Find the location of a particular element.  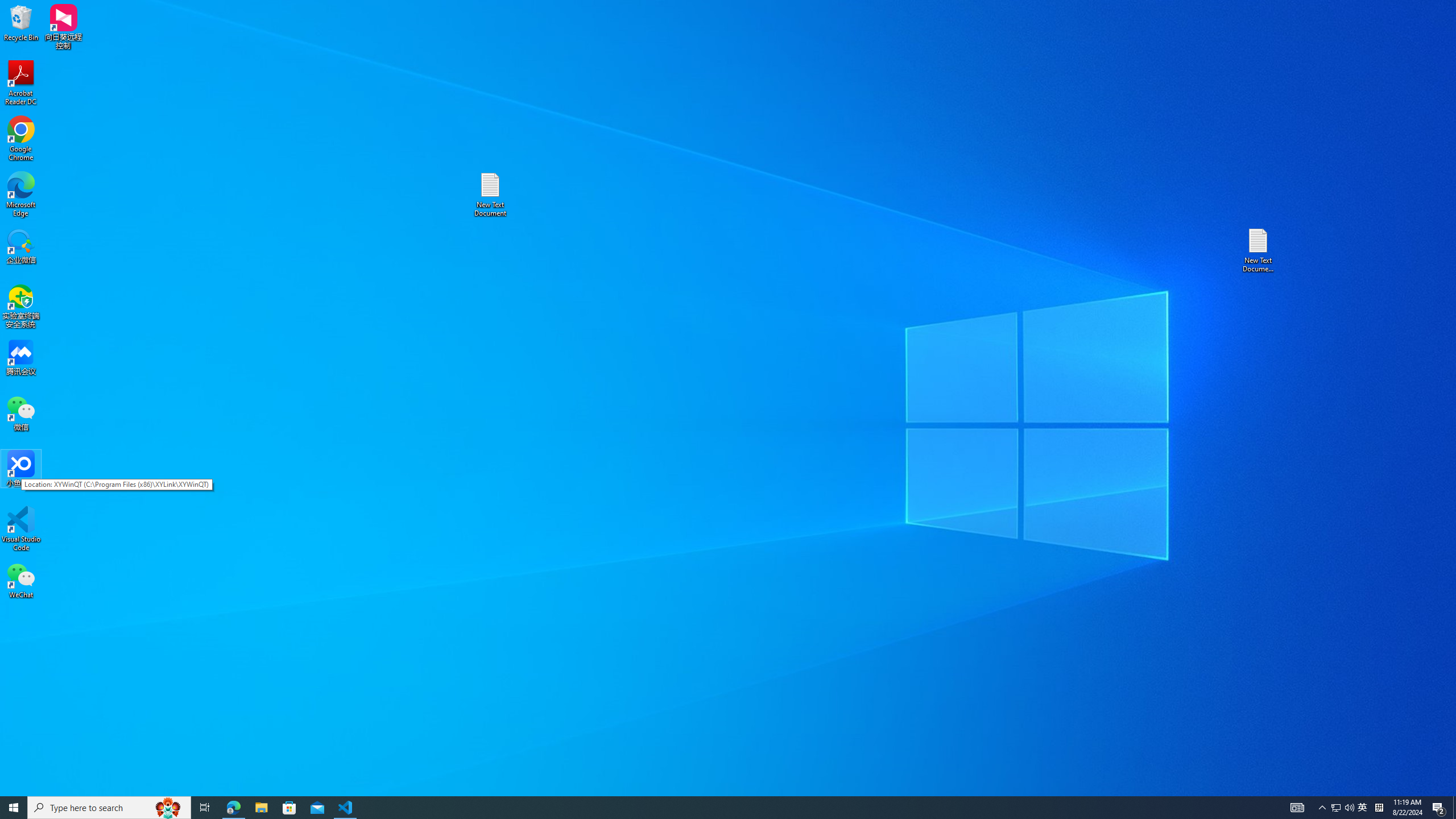

'Task View' is located at coordinates (204, 806).